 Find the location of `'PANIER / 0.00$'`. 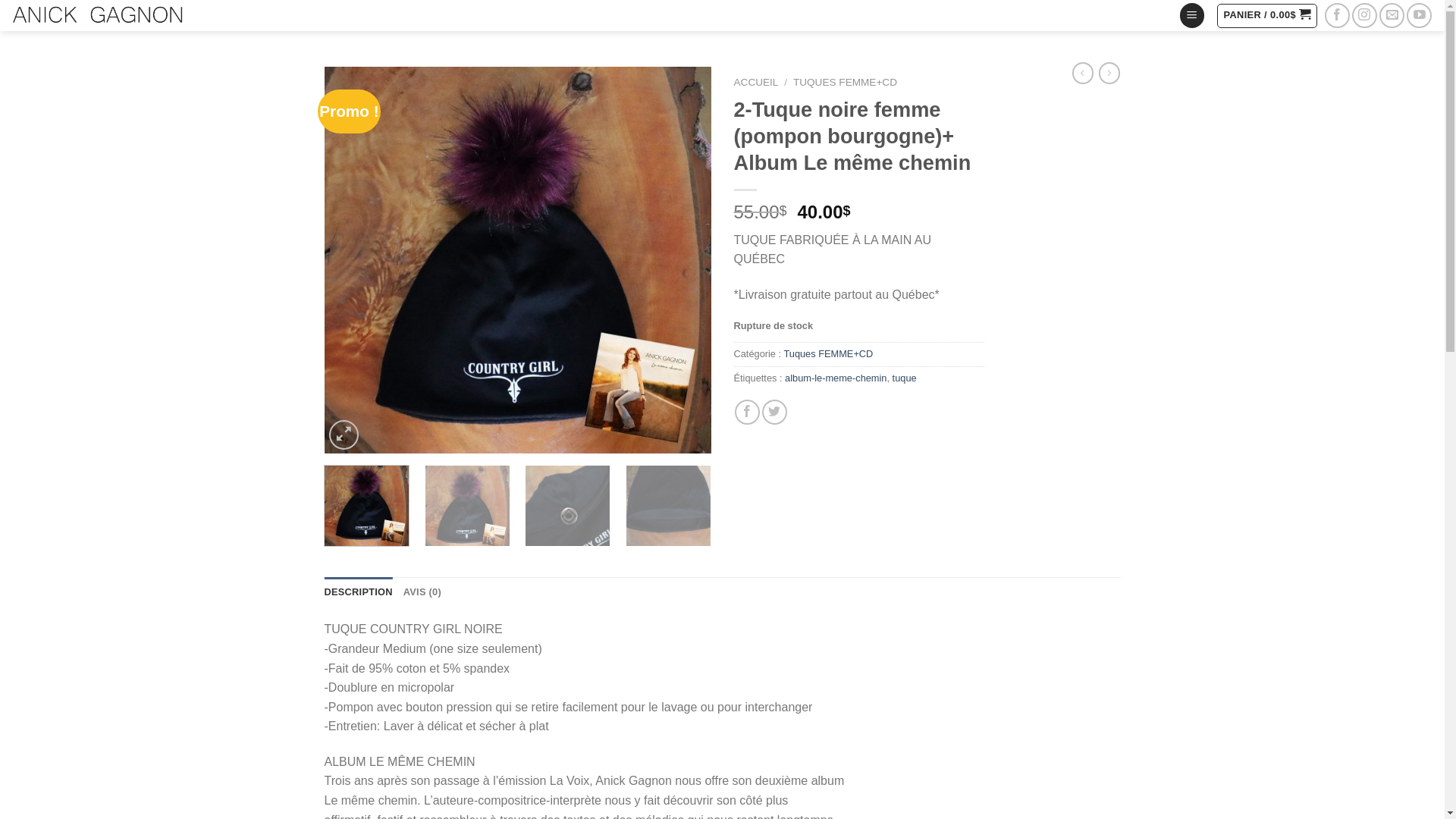

'PANIER / 0.00$' is located at coordinates (1266, 14).